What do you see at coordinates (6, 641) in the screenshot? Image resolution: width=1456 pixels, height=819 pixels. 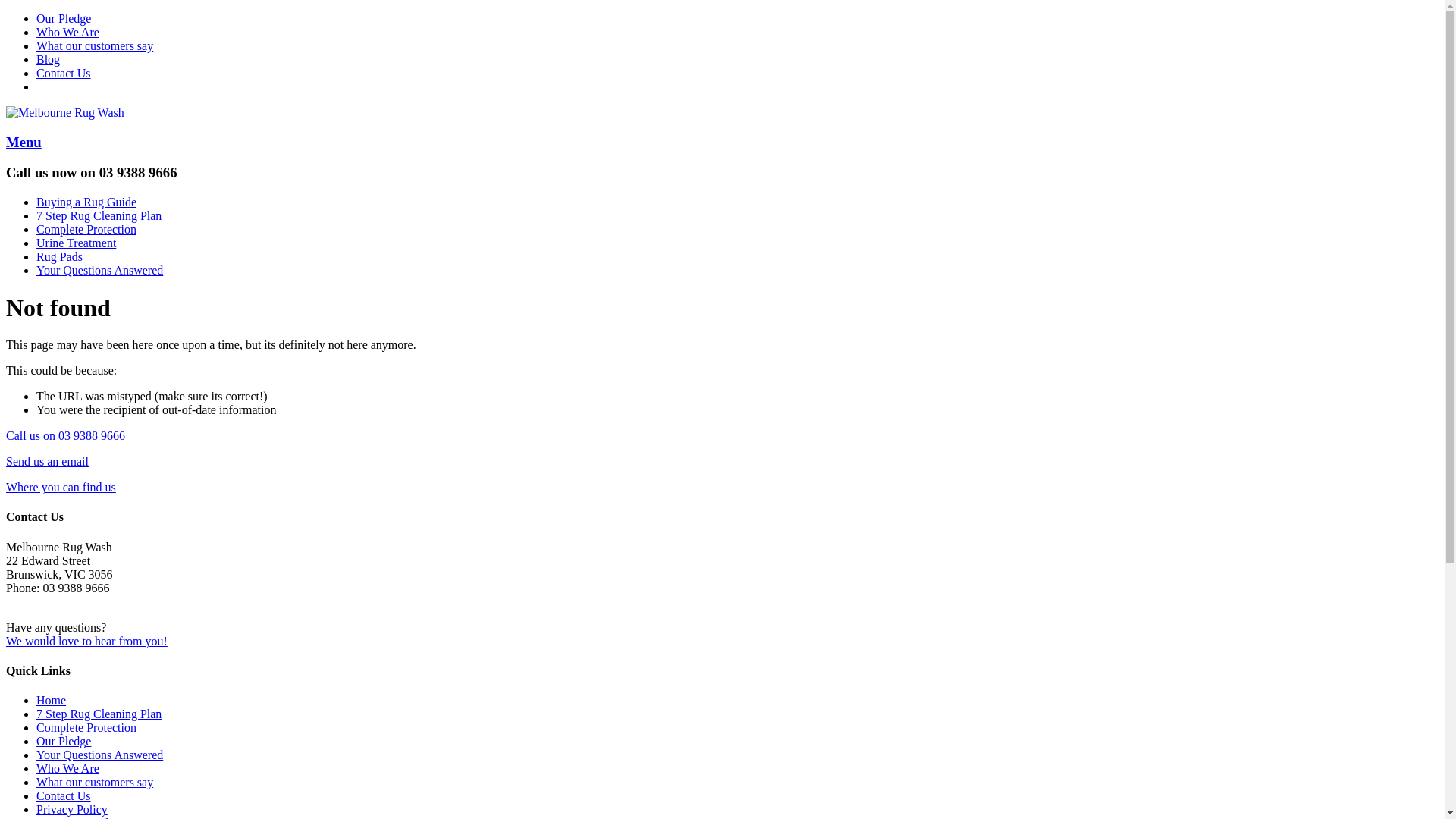 I see `'We would love to hear from you!'` at bounding box center [6, 641].